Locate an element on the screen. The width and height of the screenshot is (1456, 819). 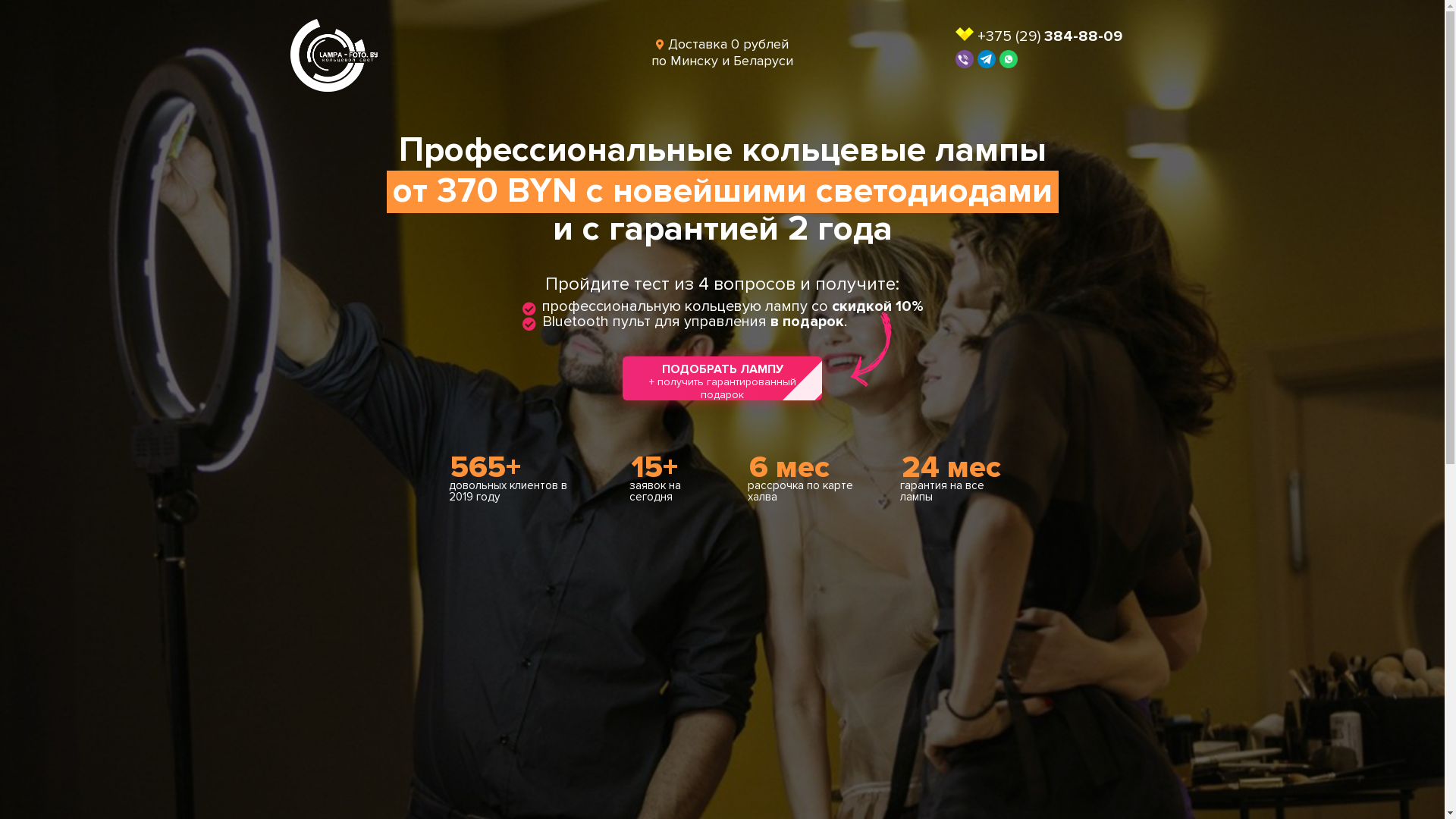
'+375 (29) 384-88-09' is located at coordinates (1049, 35).